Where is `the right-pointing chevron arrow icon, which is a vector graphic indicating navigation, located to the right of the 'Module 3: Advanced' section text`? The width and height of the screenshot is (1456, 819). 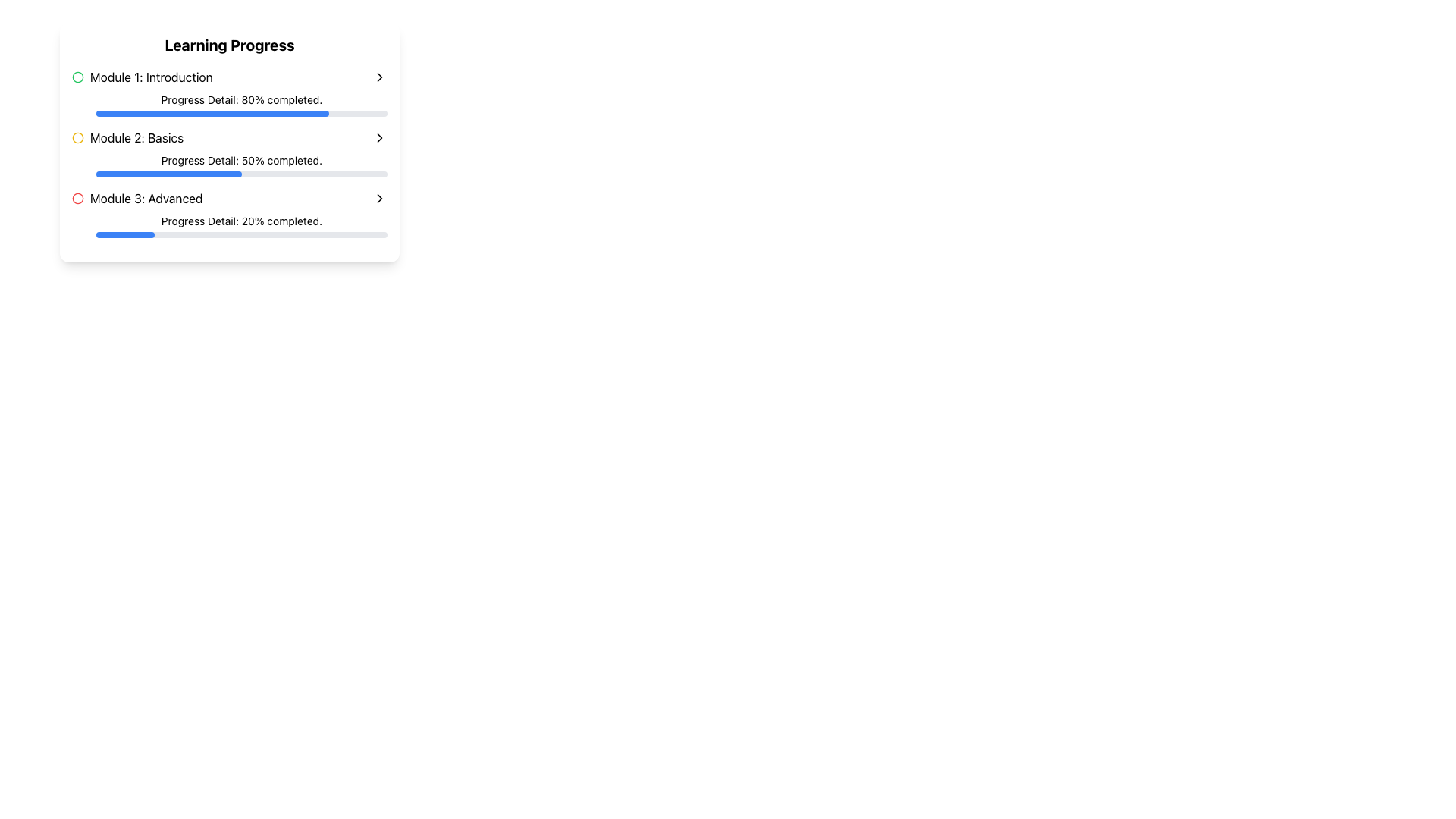
the right-pointing chevron arrow icon, which is a vector graphic indicating navigation, located to the right of the 'Module 3: Advanced' section text is located at coordinates (379, 198).